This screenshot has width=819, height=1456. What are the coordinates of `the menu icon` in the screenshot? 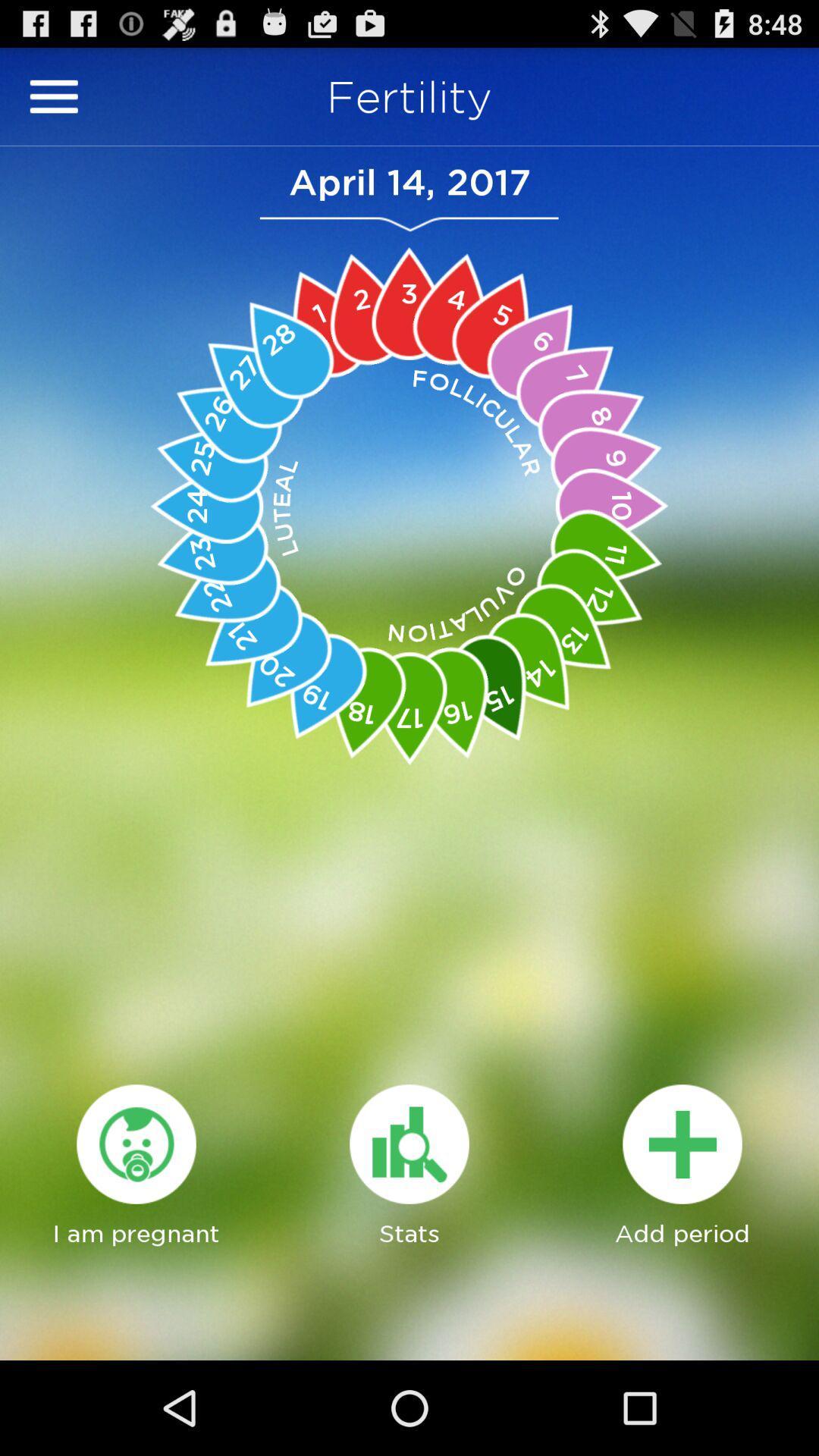 It's located at (53, 102).